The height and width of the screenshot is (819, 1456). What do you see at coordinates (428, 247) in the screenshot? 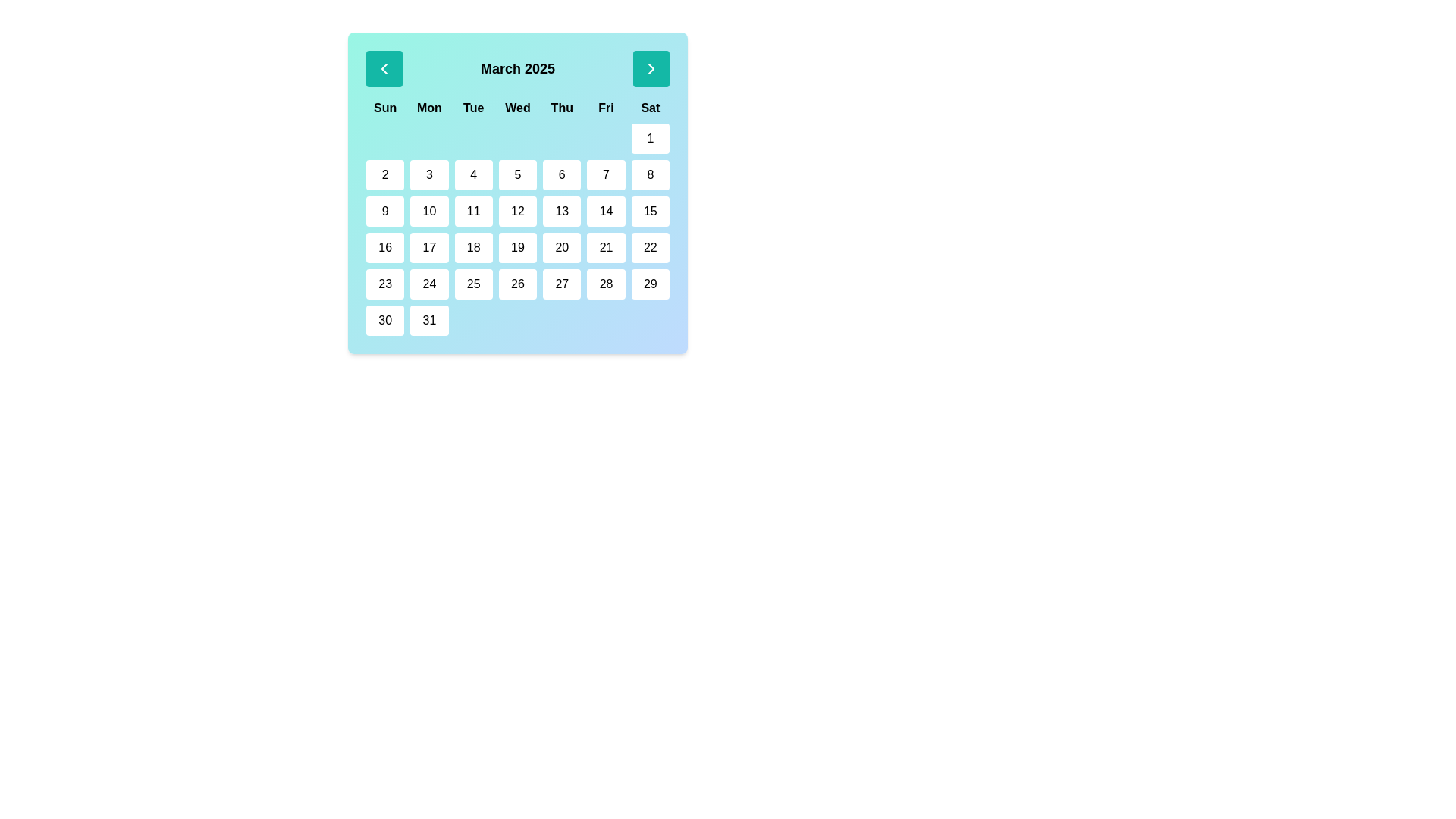
I see `the square button labeled '17' in the calendar grid` at bounding box center [428, 247].